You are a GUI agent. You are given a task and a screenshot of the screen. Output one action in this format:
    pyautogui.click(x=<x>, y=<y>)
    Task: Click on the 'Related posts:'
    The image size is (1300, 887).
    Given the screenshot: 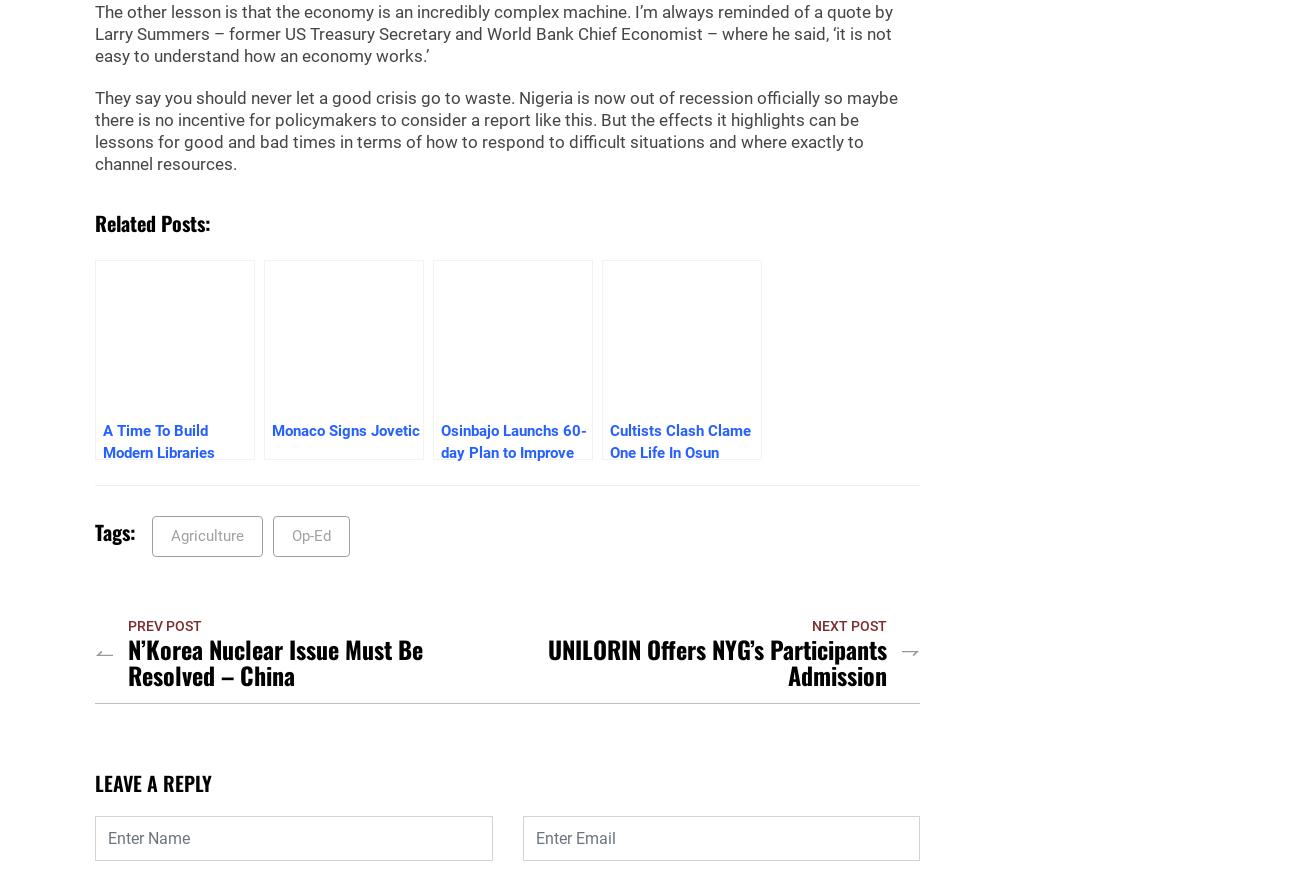 What is the action you would take?
    pyautogui.click(x=152, y=222)
    